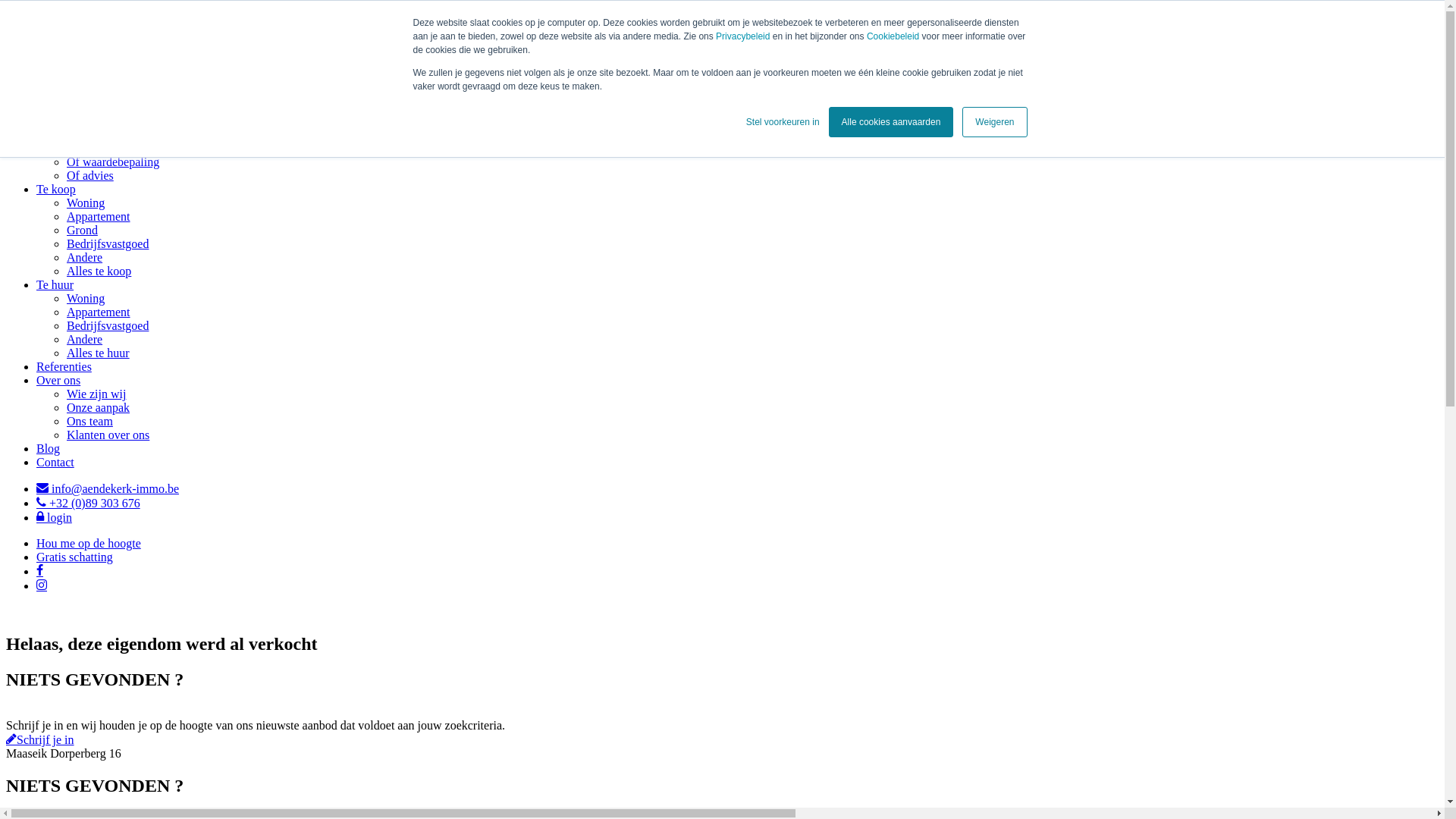  Describe the element at coordinates (63, 366) in the screenshot. I see `'Referenties'` at that location.